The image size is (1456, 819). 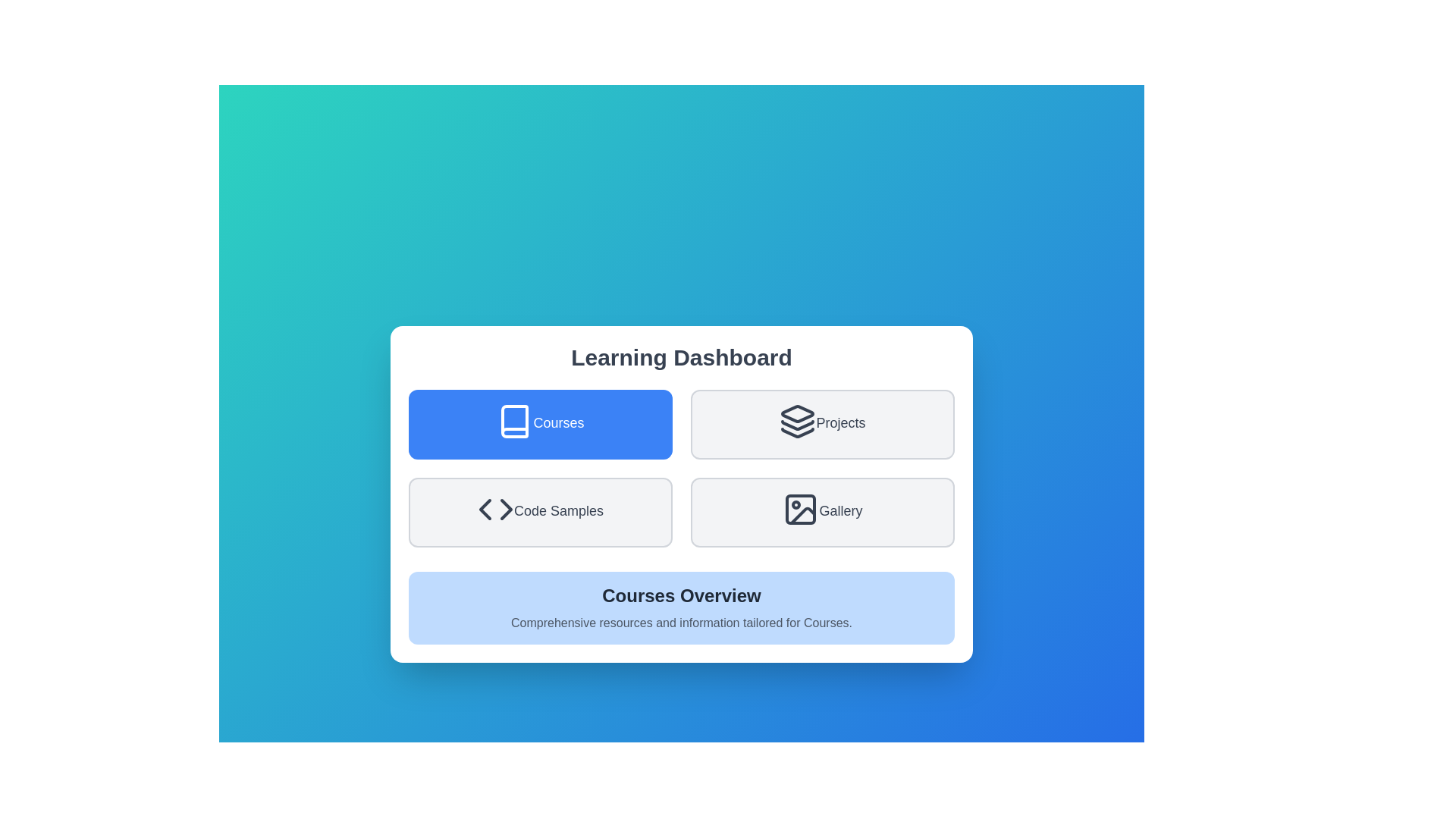 I want to click on the Projects button to select it, so click(x=821, y=424).